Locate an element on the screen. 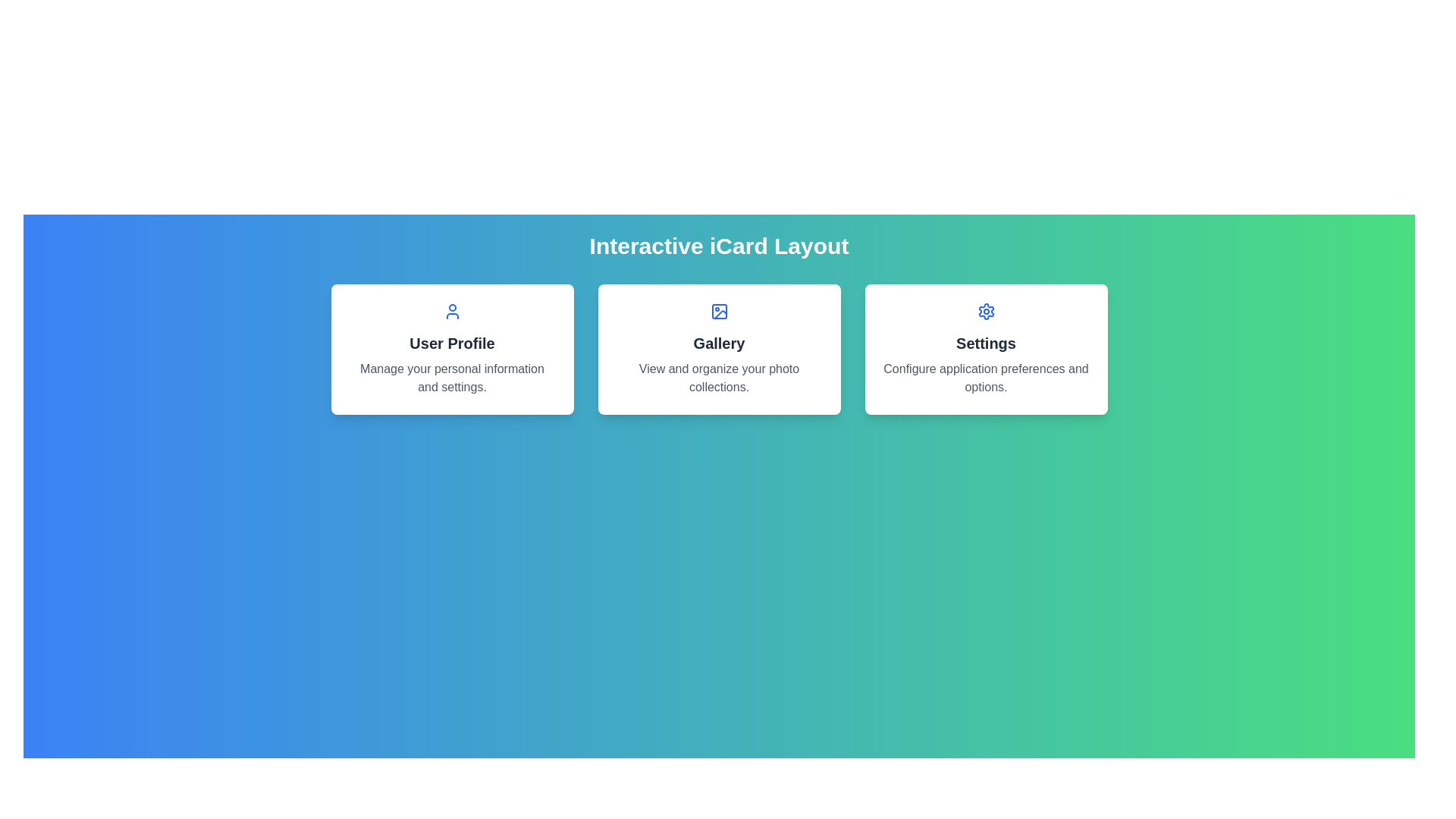 This screenshot has width=1456, height=819. the text label that says 'Configure application preferences and options.' which is styled in gray, centered within the 'Settings' card is located at coordinates (986, 377).